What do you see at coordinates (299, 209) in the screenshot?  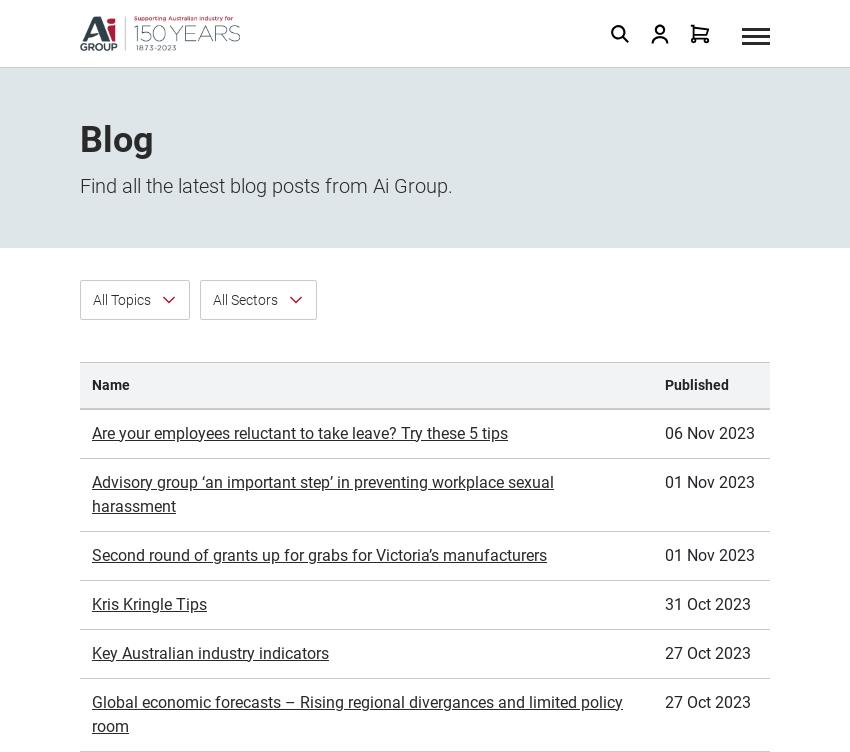 I see `'Are your employees reluctant to take leave? Try these 5 tips'` at bounding box center [299, 209].